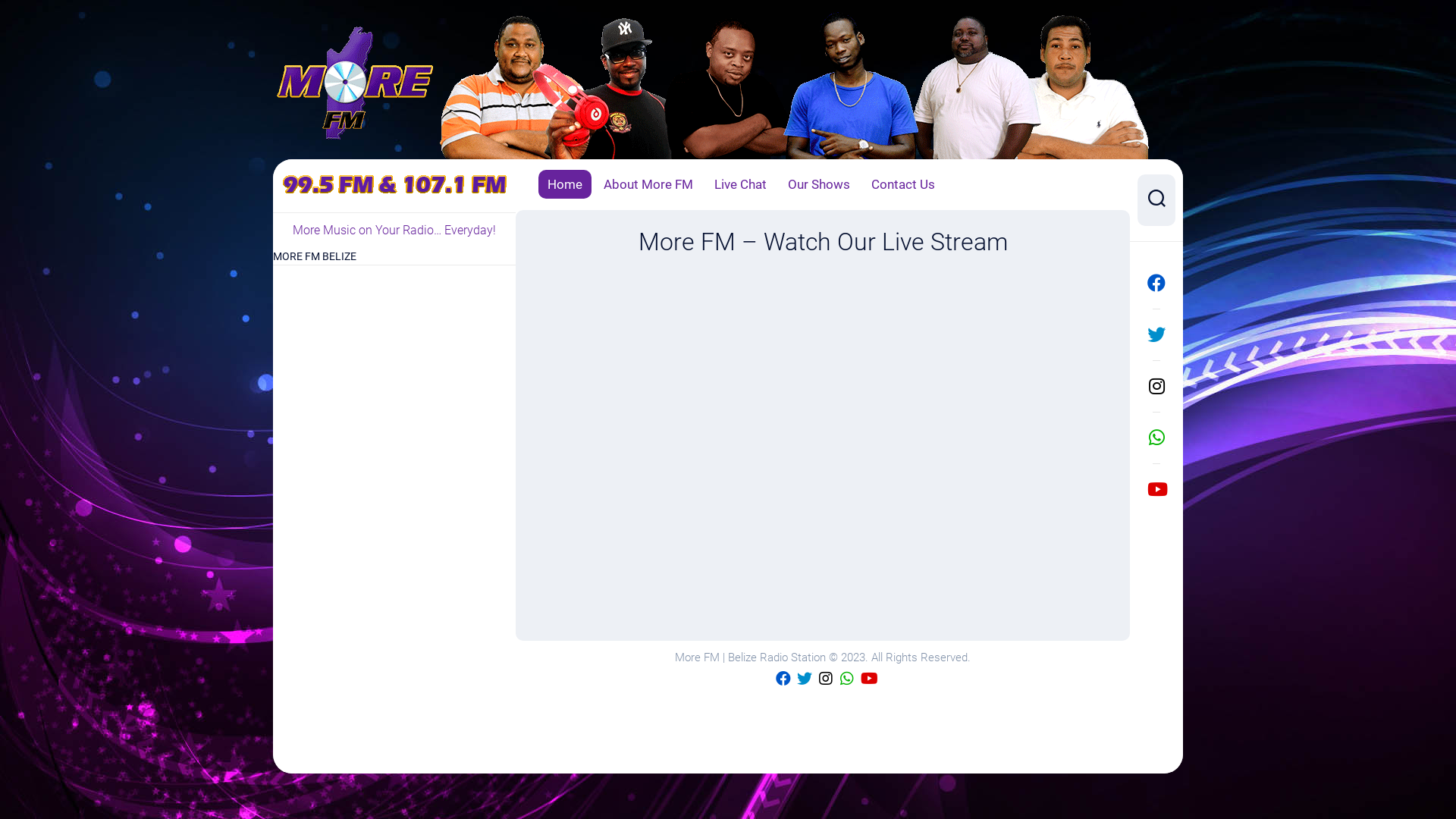 The width and height of the screenshot is (1456, 819). What do you see at coordinates (783, 677) in the screenshot?
I see `'Facebook'` at bounding box center [783, 677].